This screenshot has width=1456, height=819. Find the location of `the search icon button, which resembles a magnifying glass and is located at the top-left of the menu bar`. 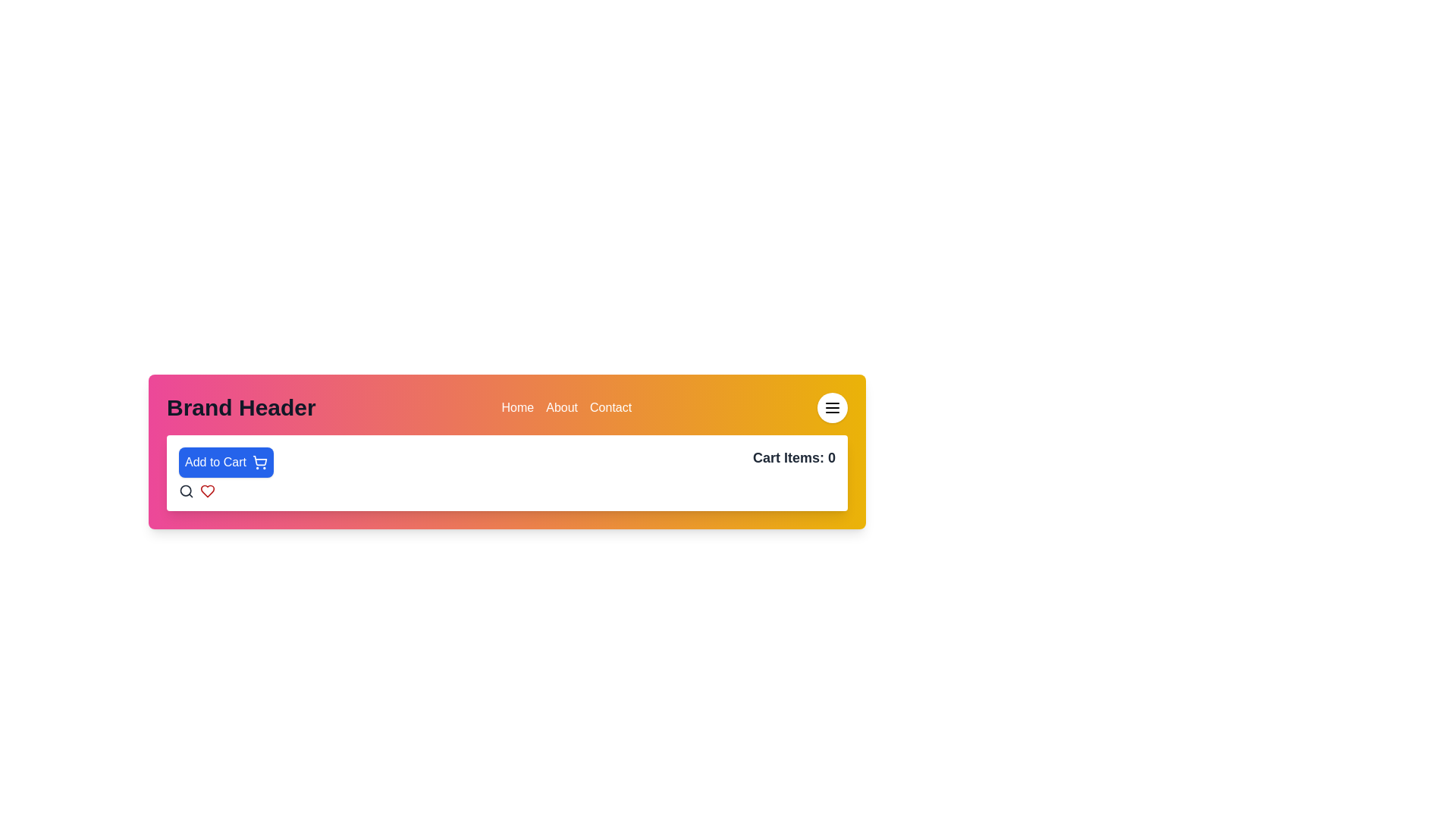

the search icon button, which resembles a magnifying glass and is located at the top-left of the menu bar is located at coordinates (185, 491).